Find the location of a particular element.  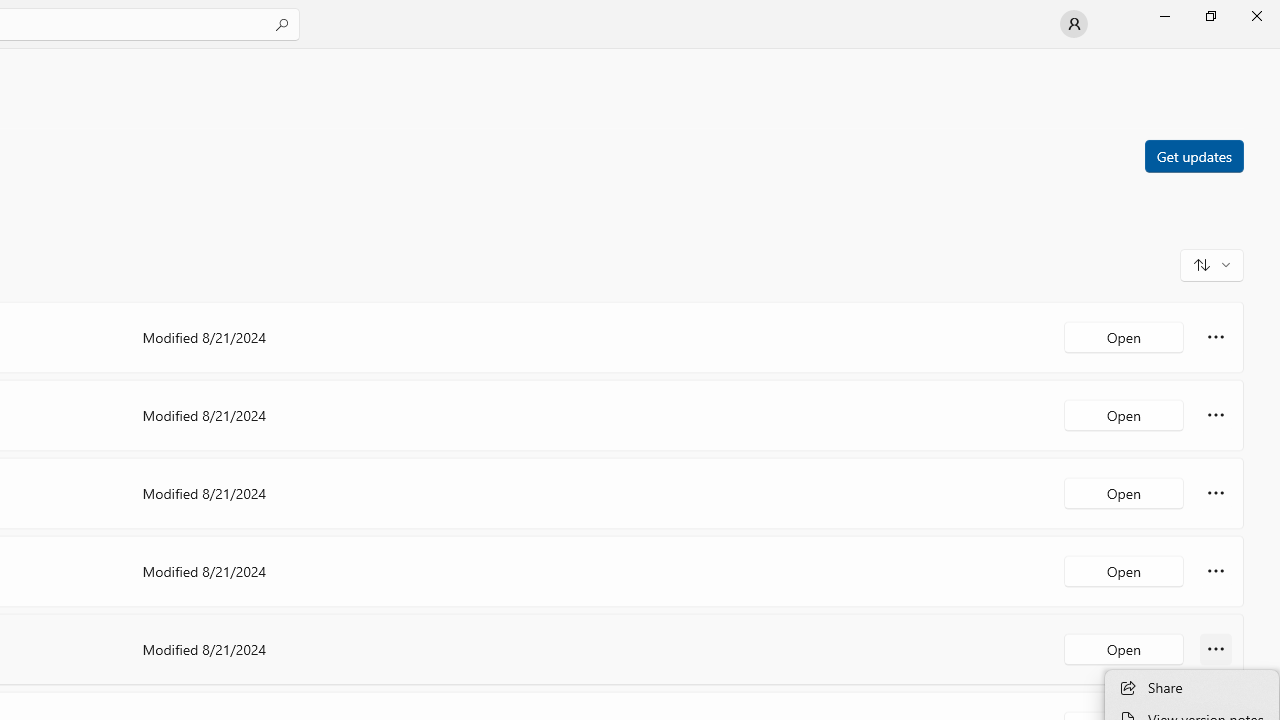

'Sort and filter' is located at coordinates (1211, 263).